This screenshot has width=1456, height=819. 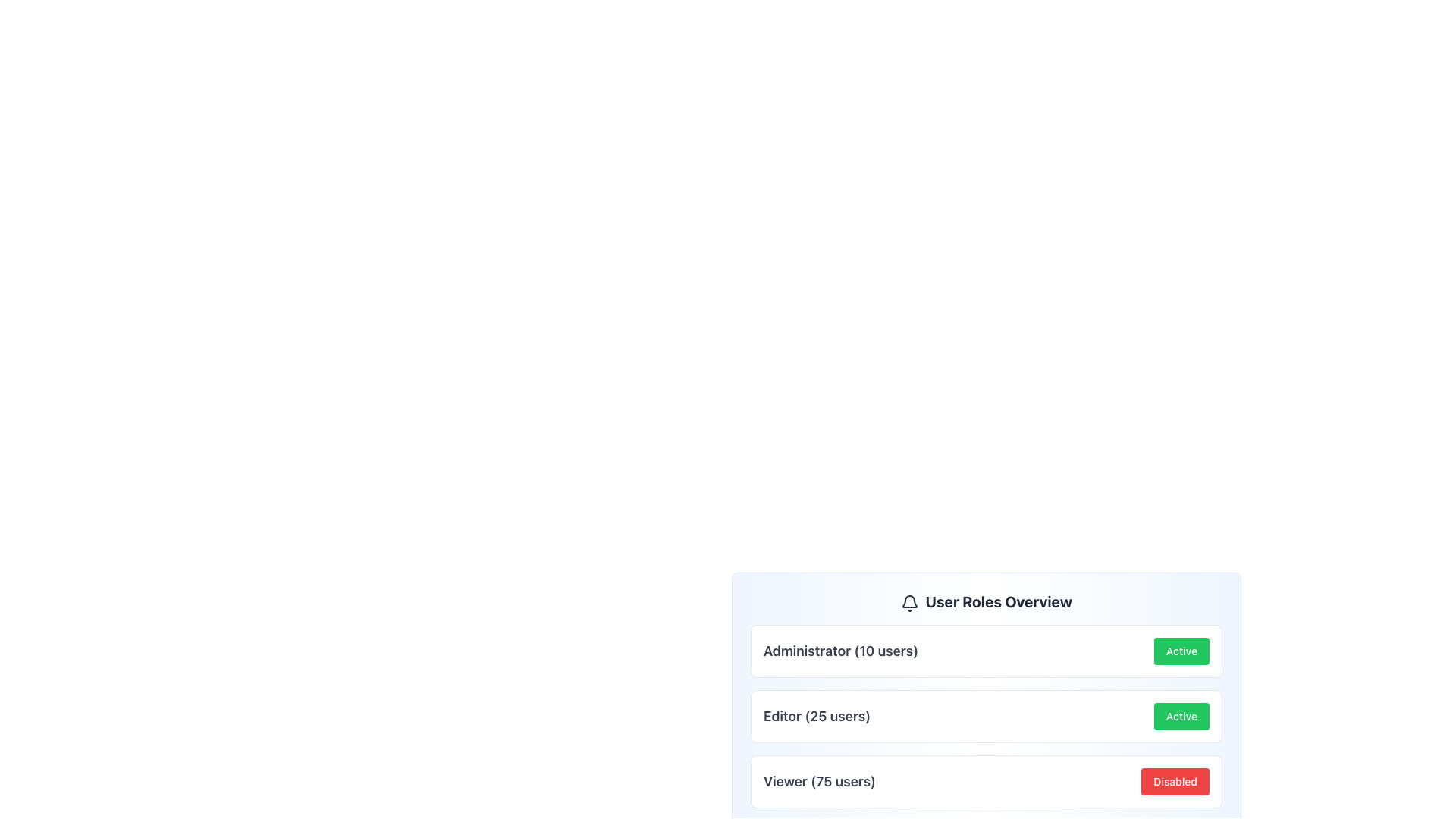 What do you see at coordinates (986, 601) in the screenshot?
I see `the static text header element labeled 'User Roles Overview' that features a bell icon to the left, indicating notifications` at bounding box center [986, 601].